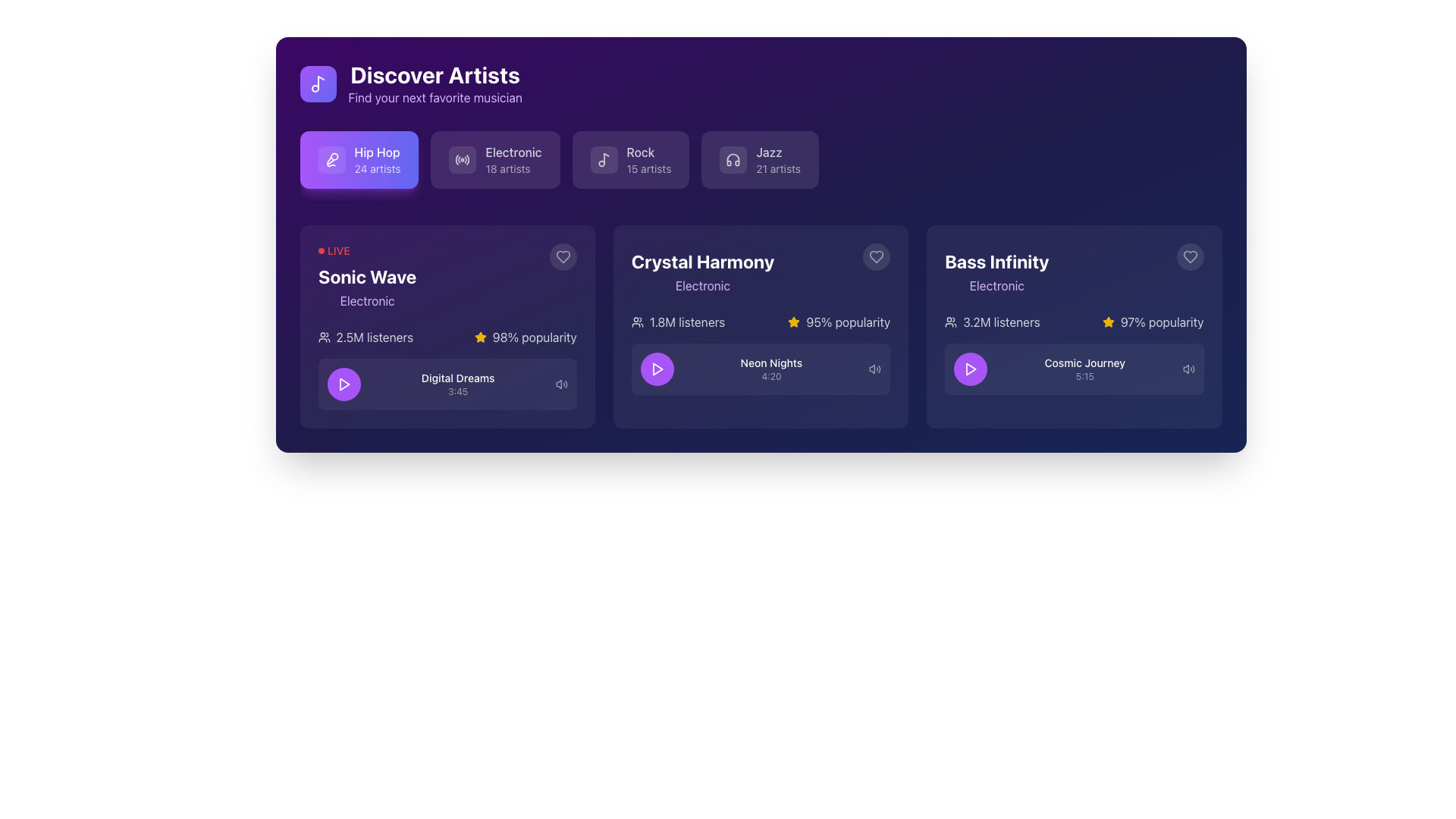  What do you see at coordinates (996, 260) in the screenshot?
I see `the 'Bass Infinity' text label, which is styled in bold and white color, located at the top of the card in the 'Discover Artists' section` at bounding box center [996, 260].